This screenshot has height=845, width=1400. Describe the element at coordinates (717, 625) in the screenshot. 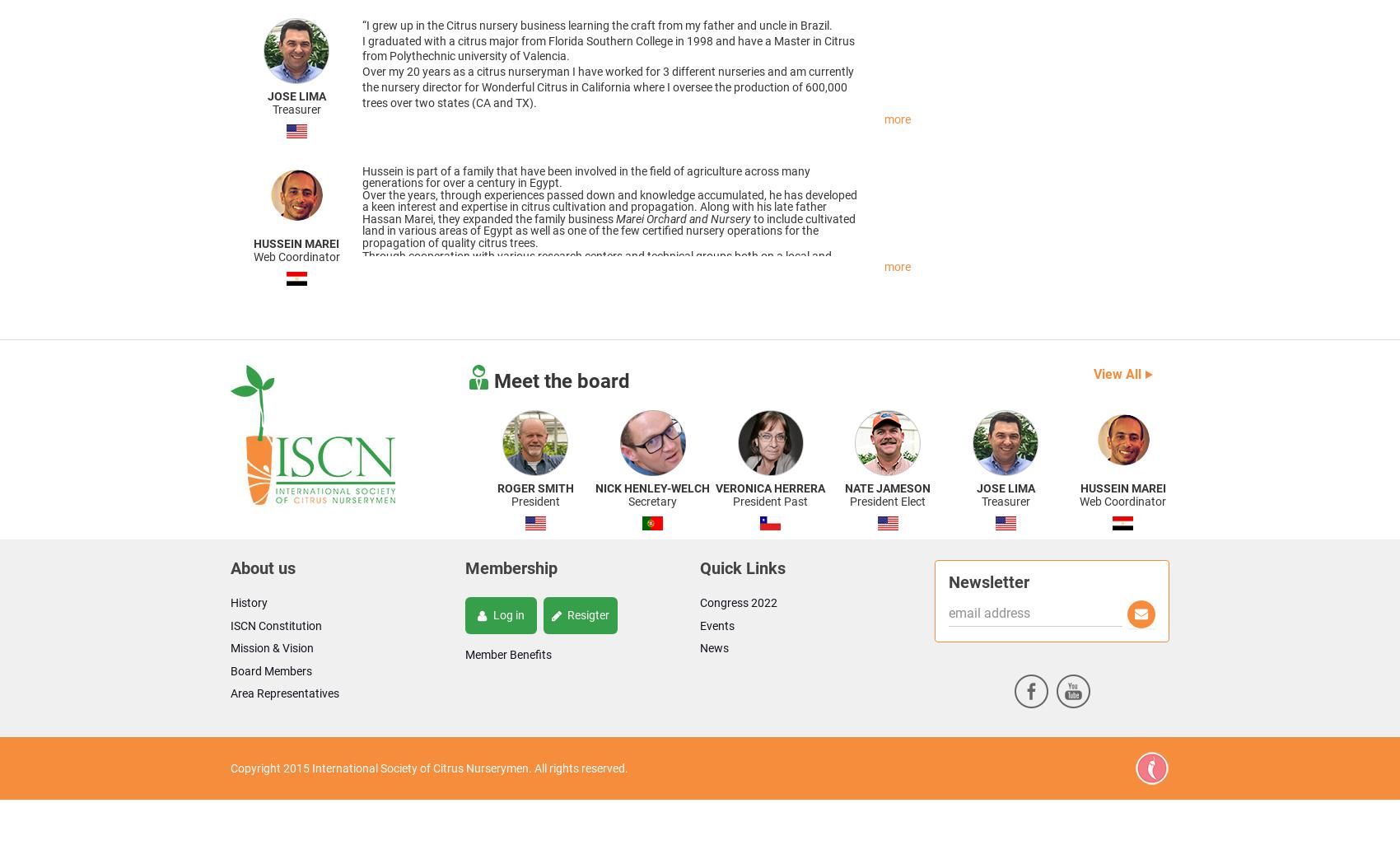

I see `'Events'` at that location.